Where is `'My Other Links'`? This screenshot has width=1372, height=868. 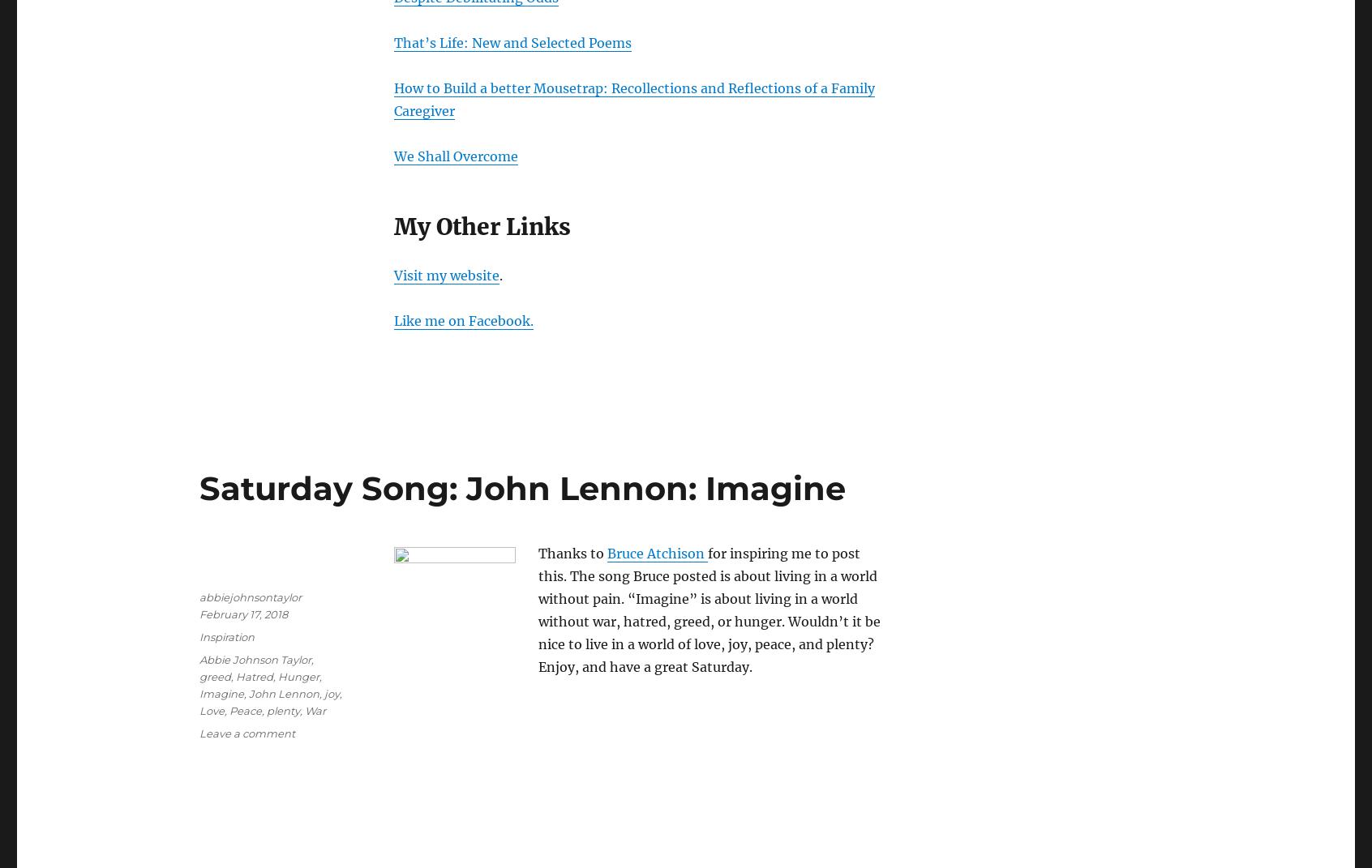
'My Other Links' is located at coordinates (392, 225).